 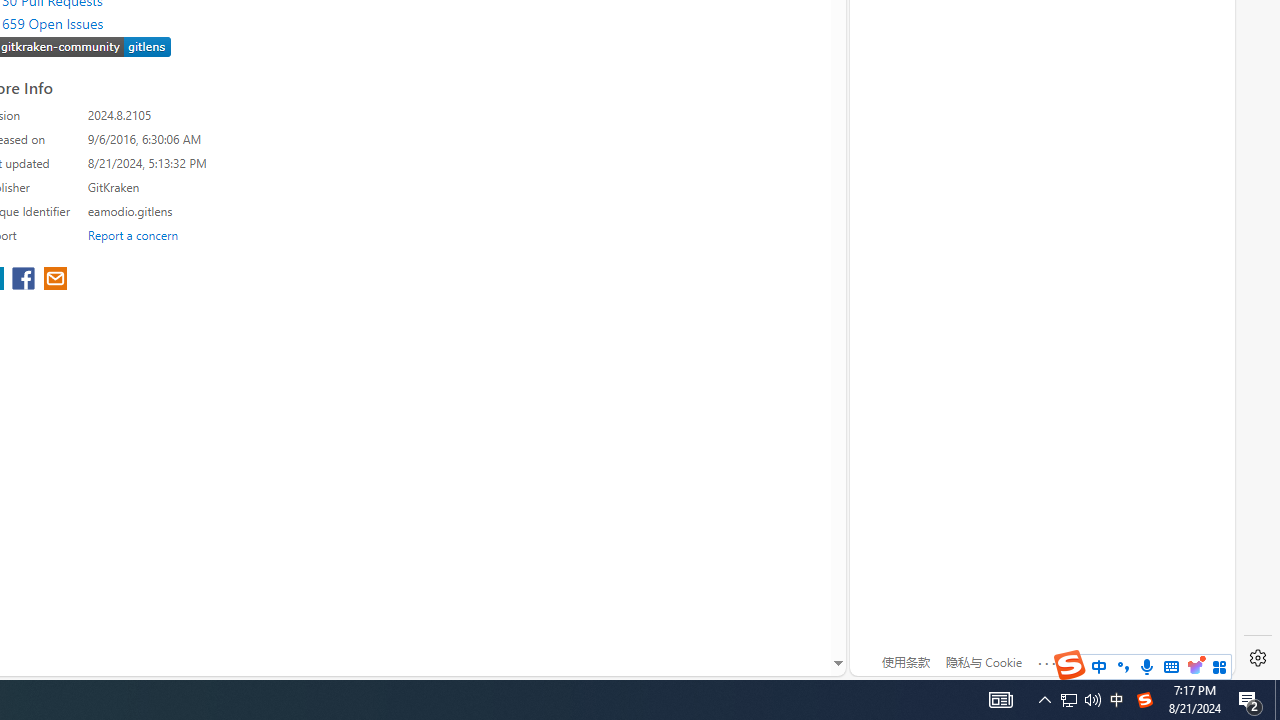 I want to click on 'Report a concern', so click(x=132, y=234).